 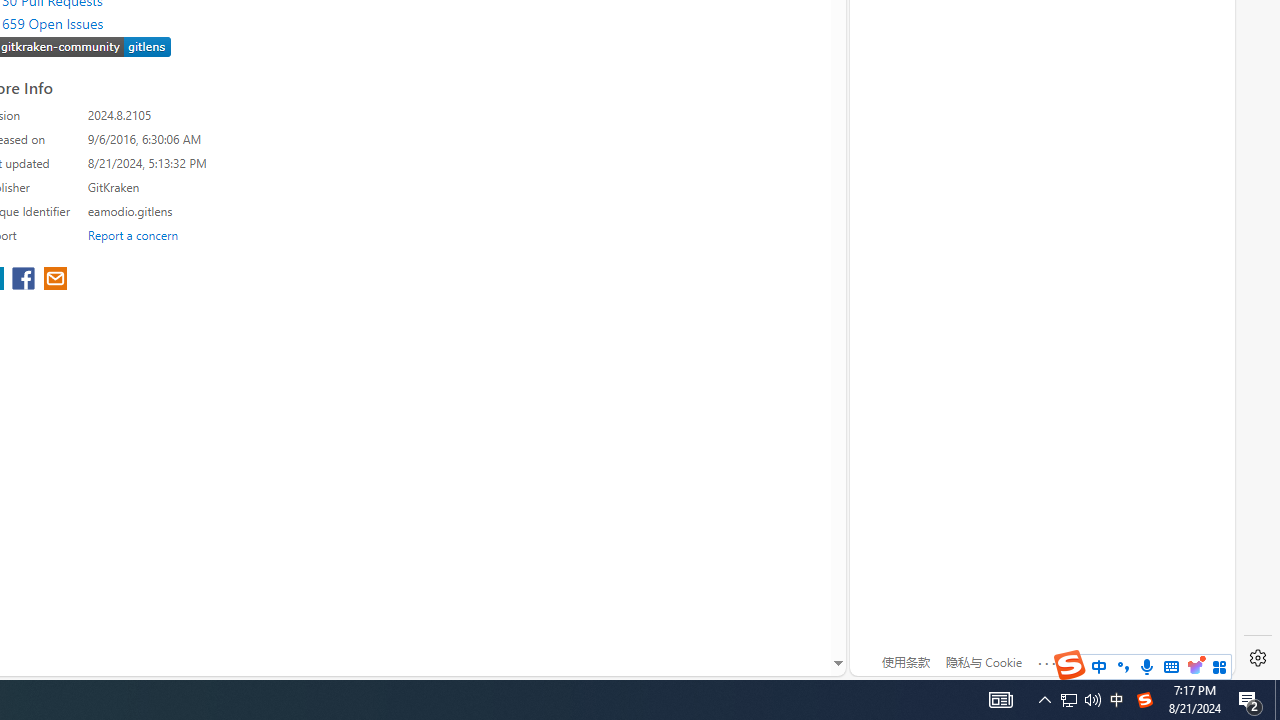 I want to click on 'Report a concern', so click(x=132, y=234).